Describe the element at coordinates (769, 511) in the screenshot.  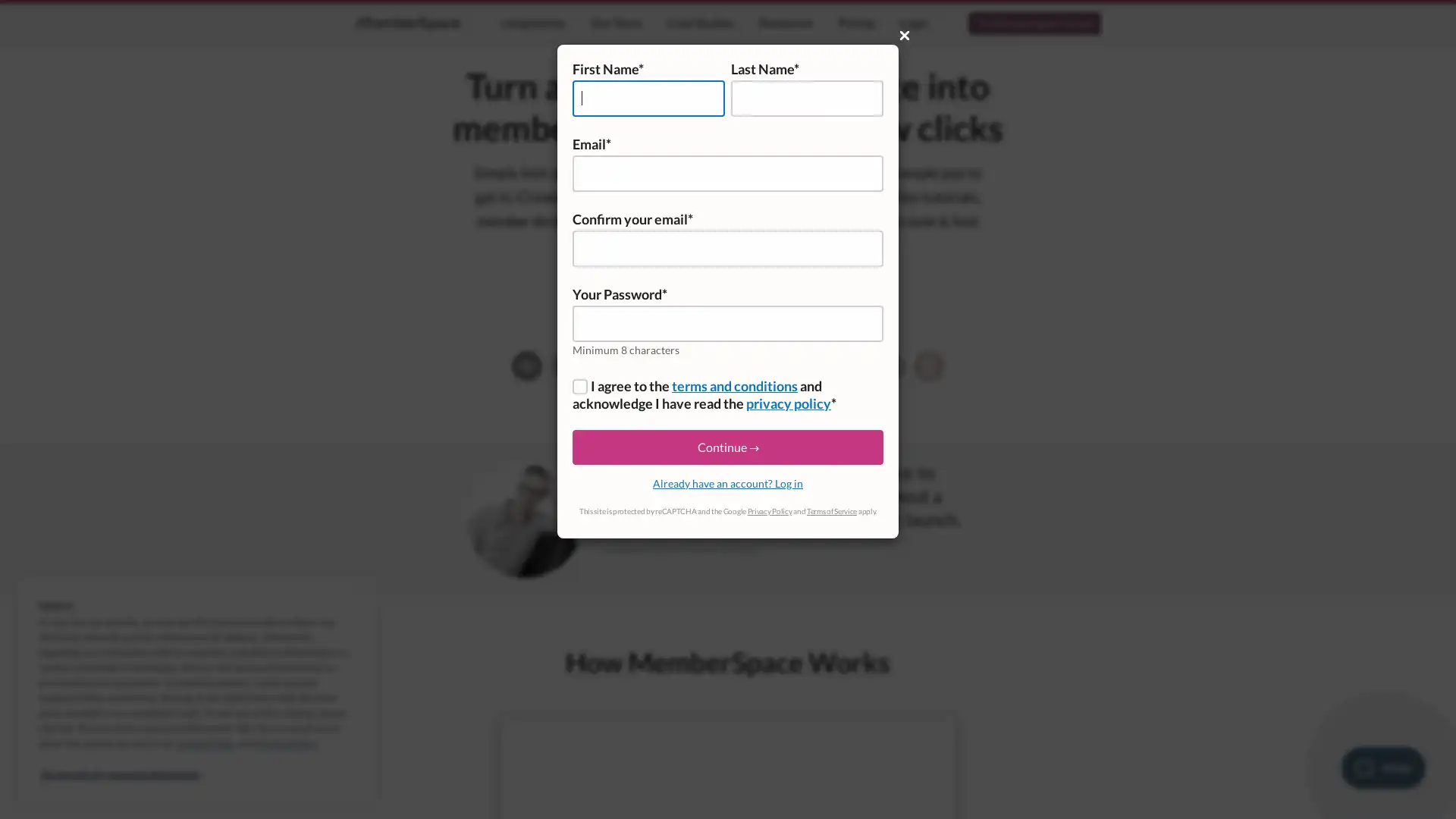
I see `Privacy Policy` at that location.